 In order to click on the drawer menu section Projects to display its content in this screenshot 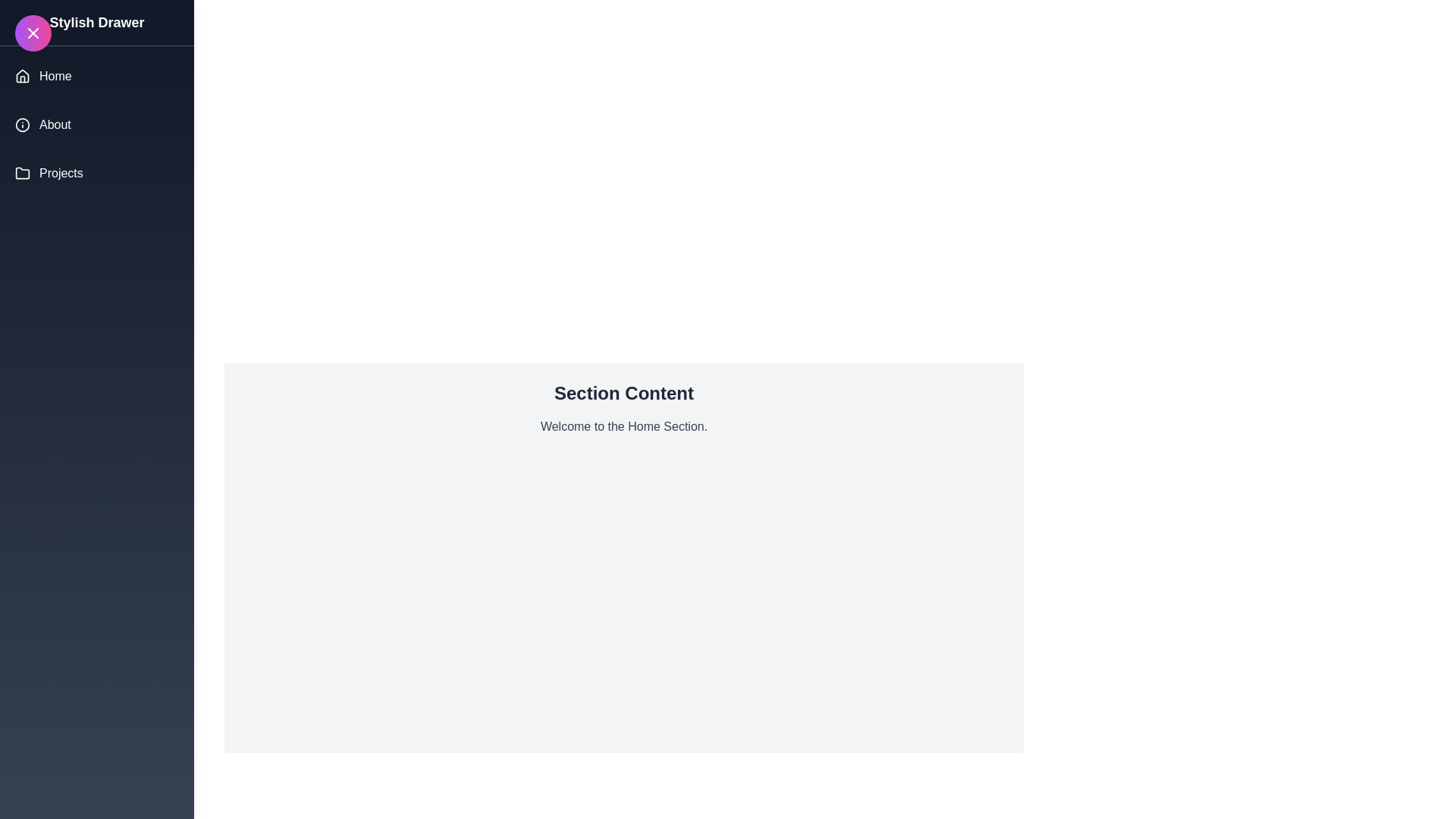, I will do `click(96, 172)`.